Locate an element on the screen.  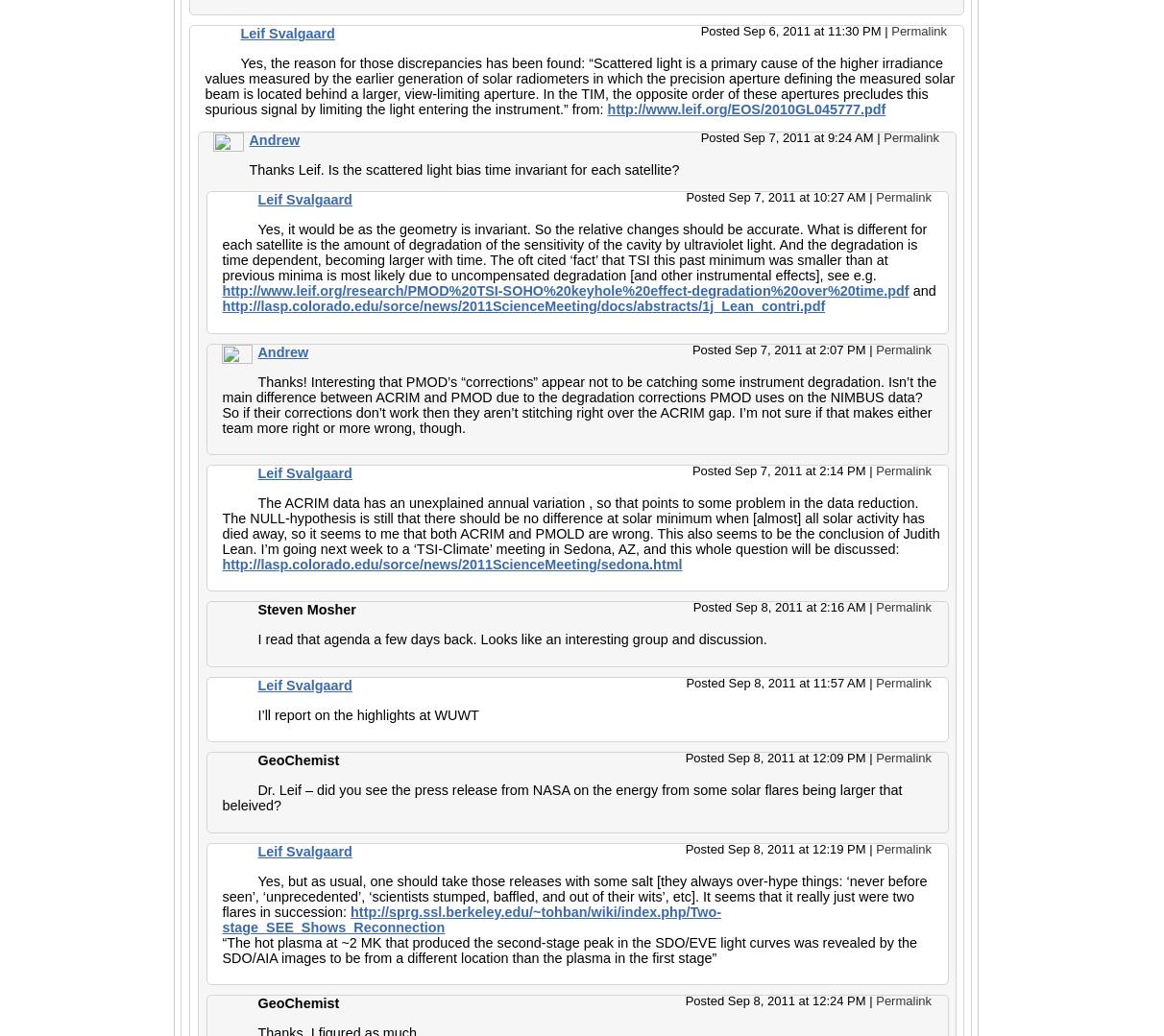
'Posted Sep 8, 2011 at 2:16 AM' is located at coordinates (692, 606).